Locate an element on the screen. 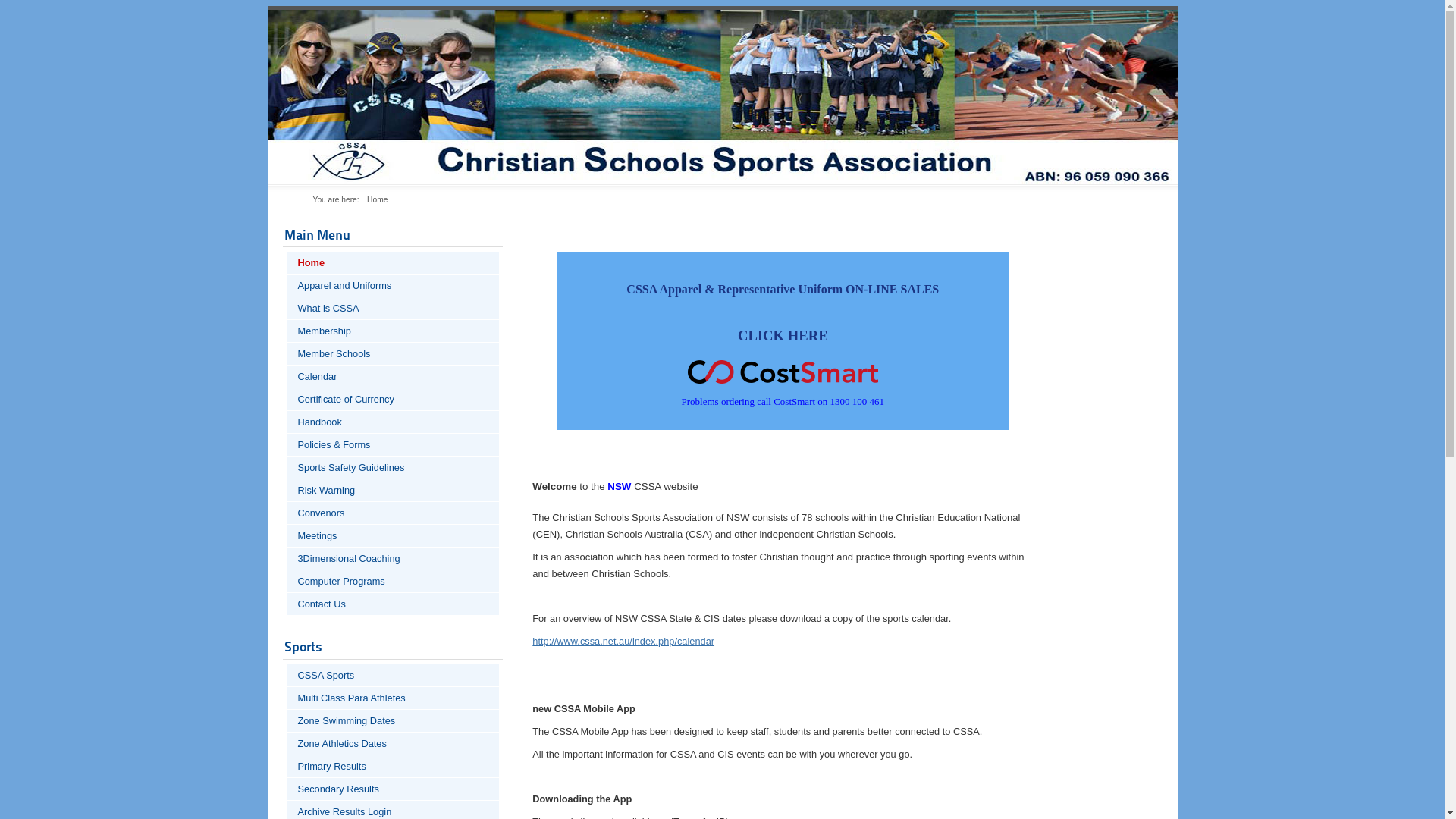  'CLICK HERE' is located at coordinates (783, 334).